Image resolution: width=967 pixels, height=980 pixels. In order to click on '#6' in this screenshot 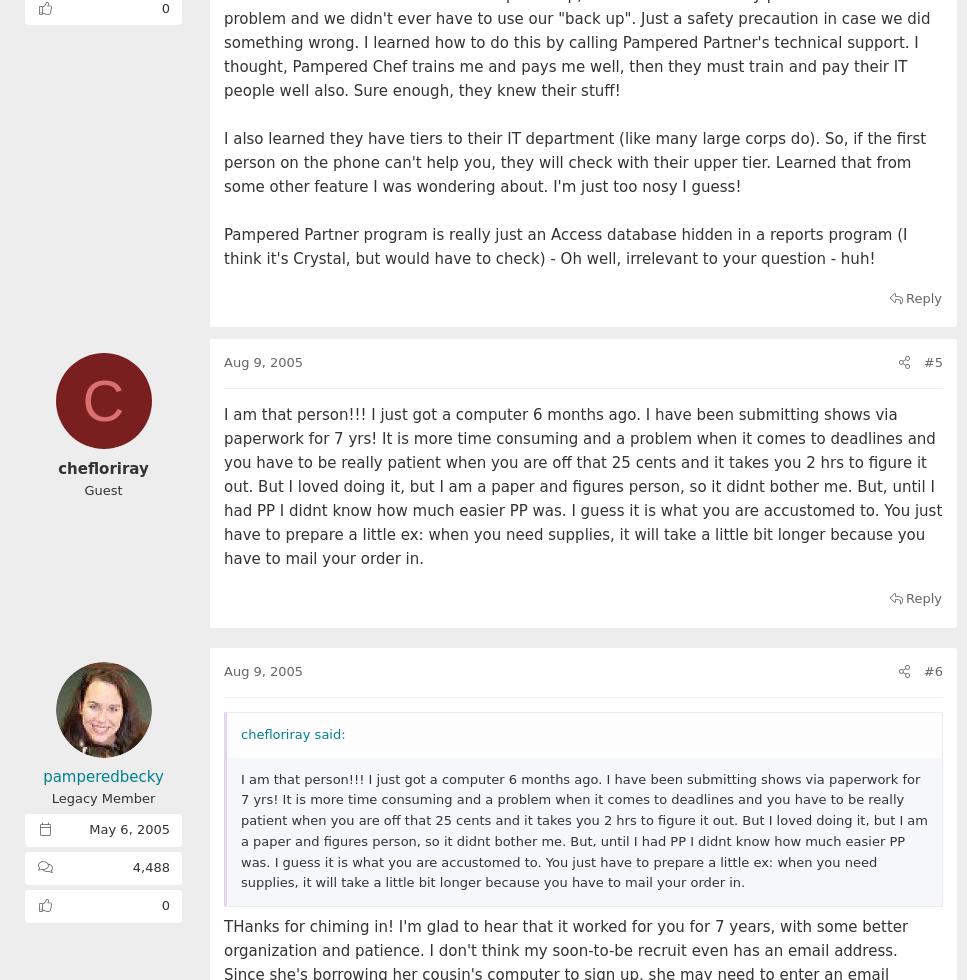, I will do `click(923, 670)`.